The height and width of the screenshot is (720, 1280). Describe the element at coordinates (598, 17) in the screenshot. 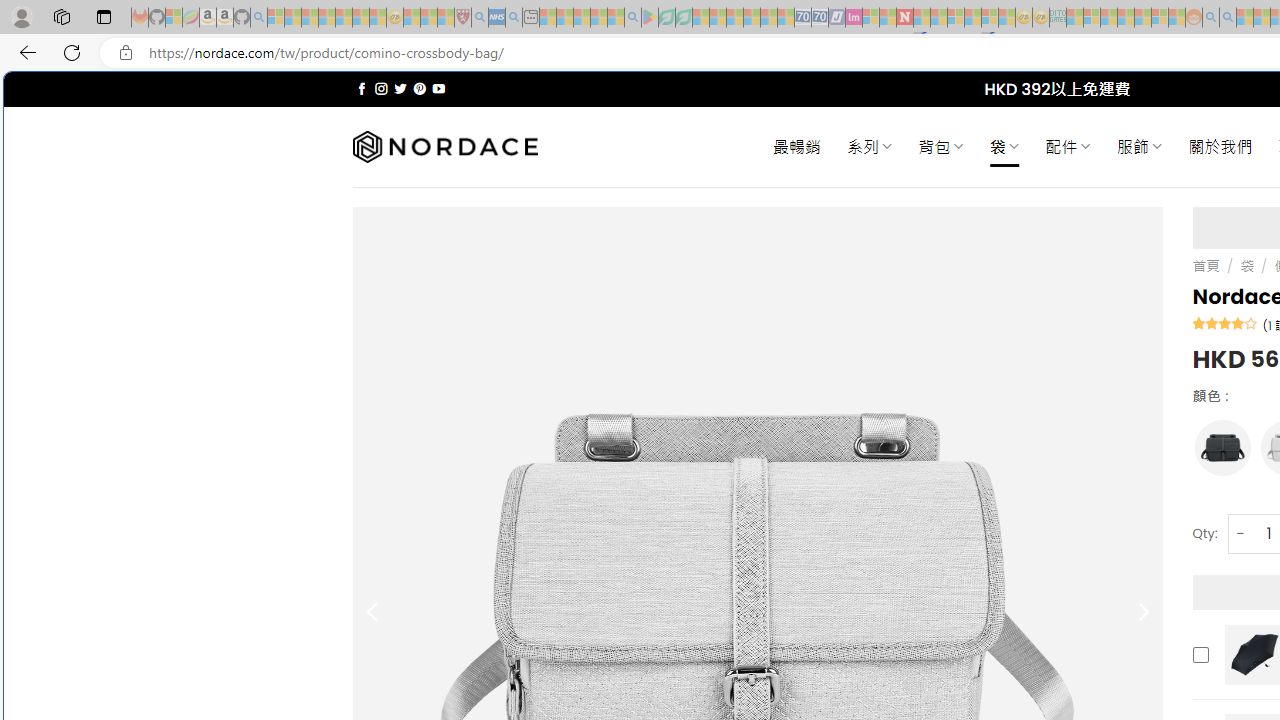

I see `'Pets - MSN - Sleeping'` at that location.